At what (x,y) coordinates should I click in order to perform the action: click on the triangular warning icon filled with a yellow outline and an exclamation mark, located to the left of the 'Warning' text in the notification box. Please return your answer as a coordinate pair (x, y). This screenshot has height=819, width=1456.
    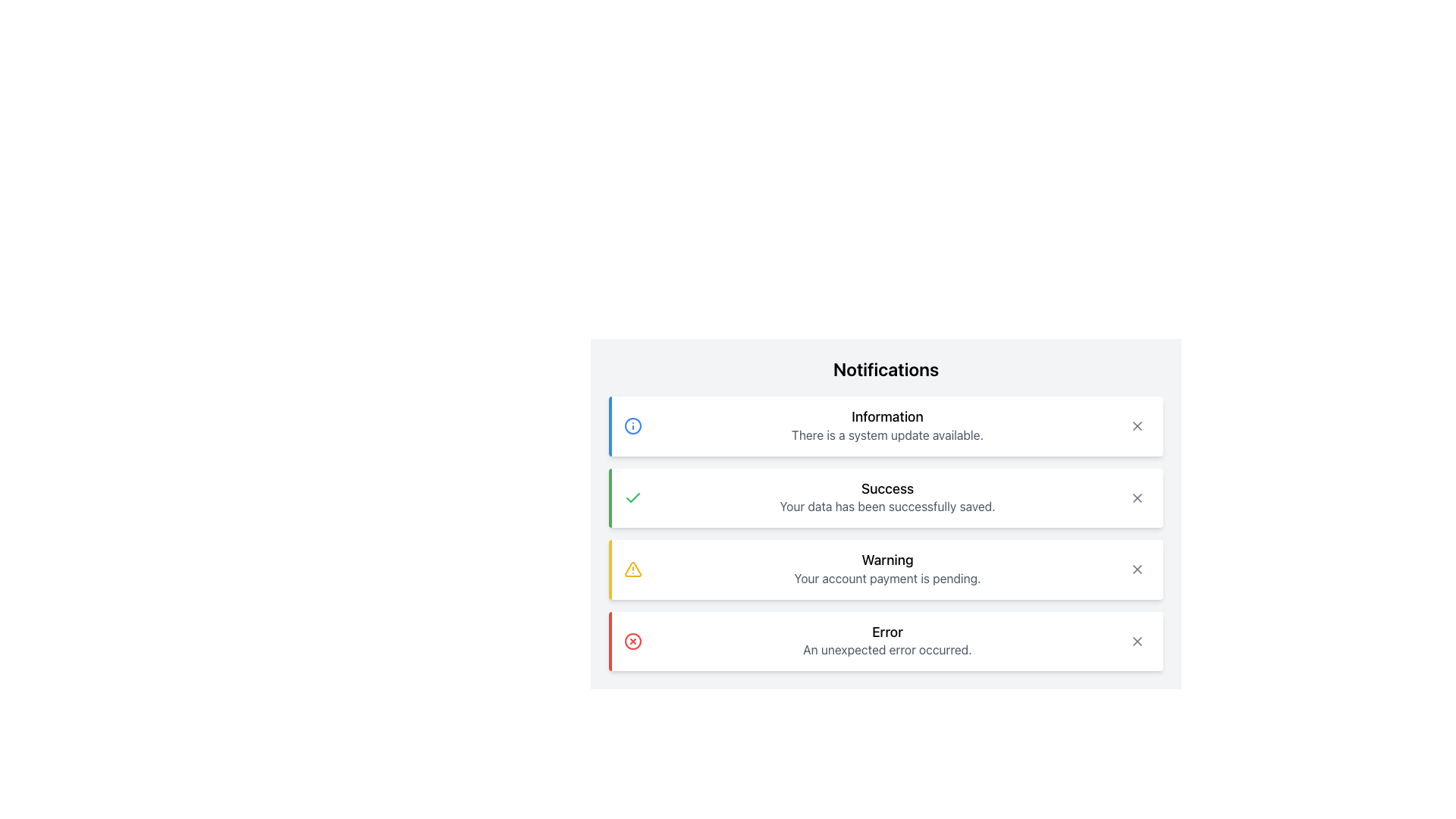
    Looking at the image, I should click on (633, 570).